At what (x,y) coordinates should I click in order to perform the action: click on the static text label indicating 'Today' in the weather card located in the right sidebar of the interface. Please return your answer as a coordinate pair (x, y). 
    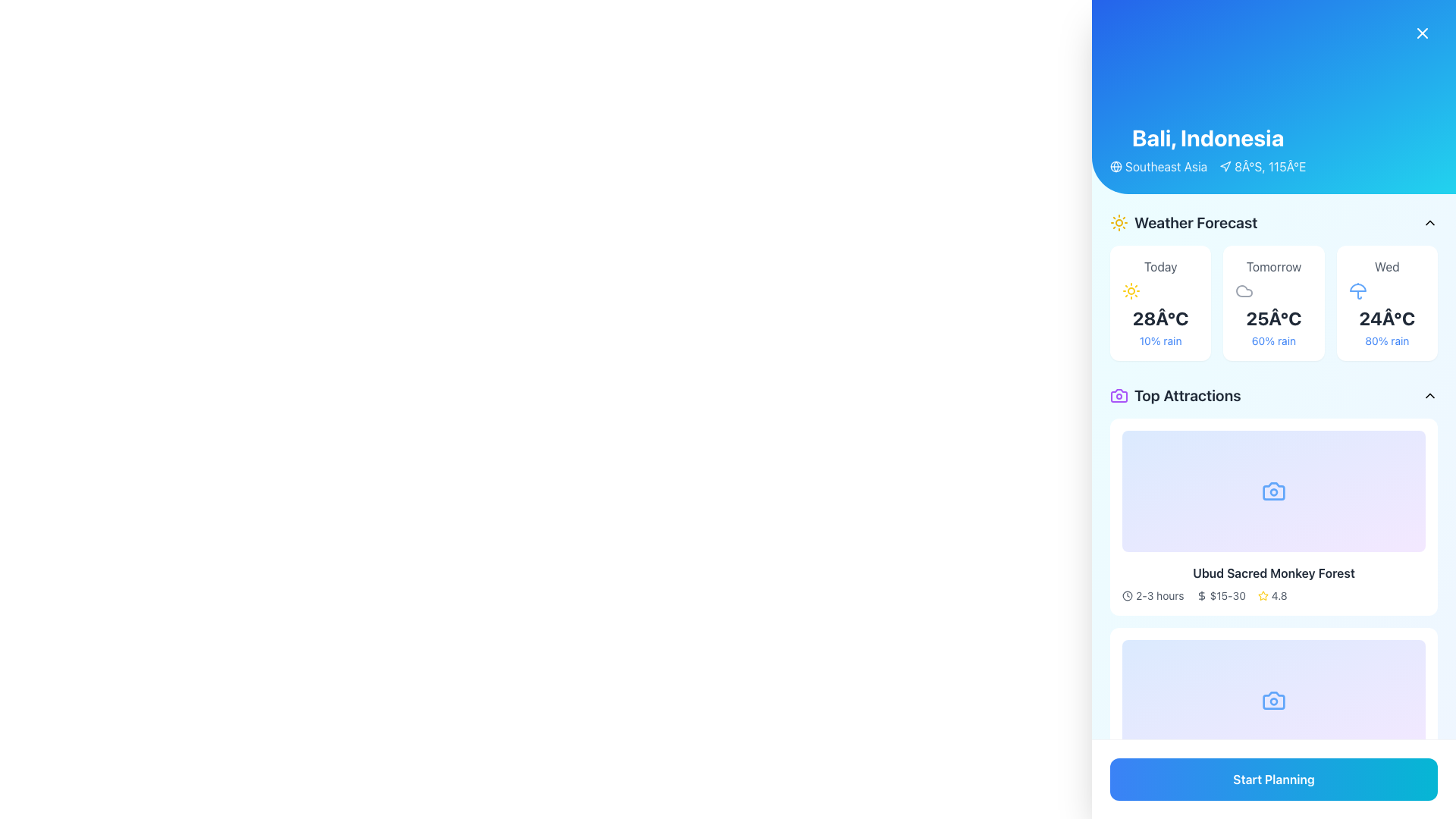
    Looking at the image, I should click on (1159, 265).